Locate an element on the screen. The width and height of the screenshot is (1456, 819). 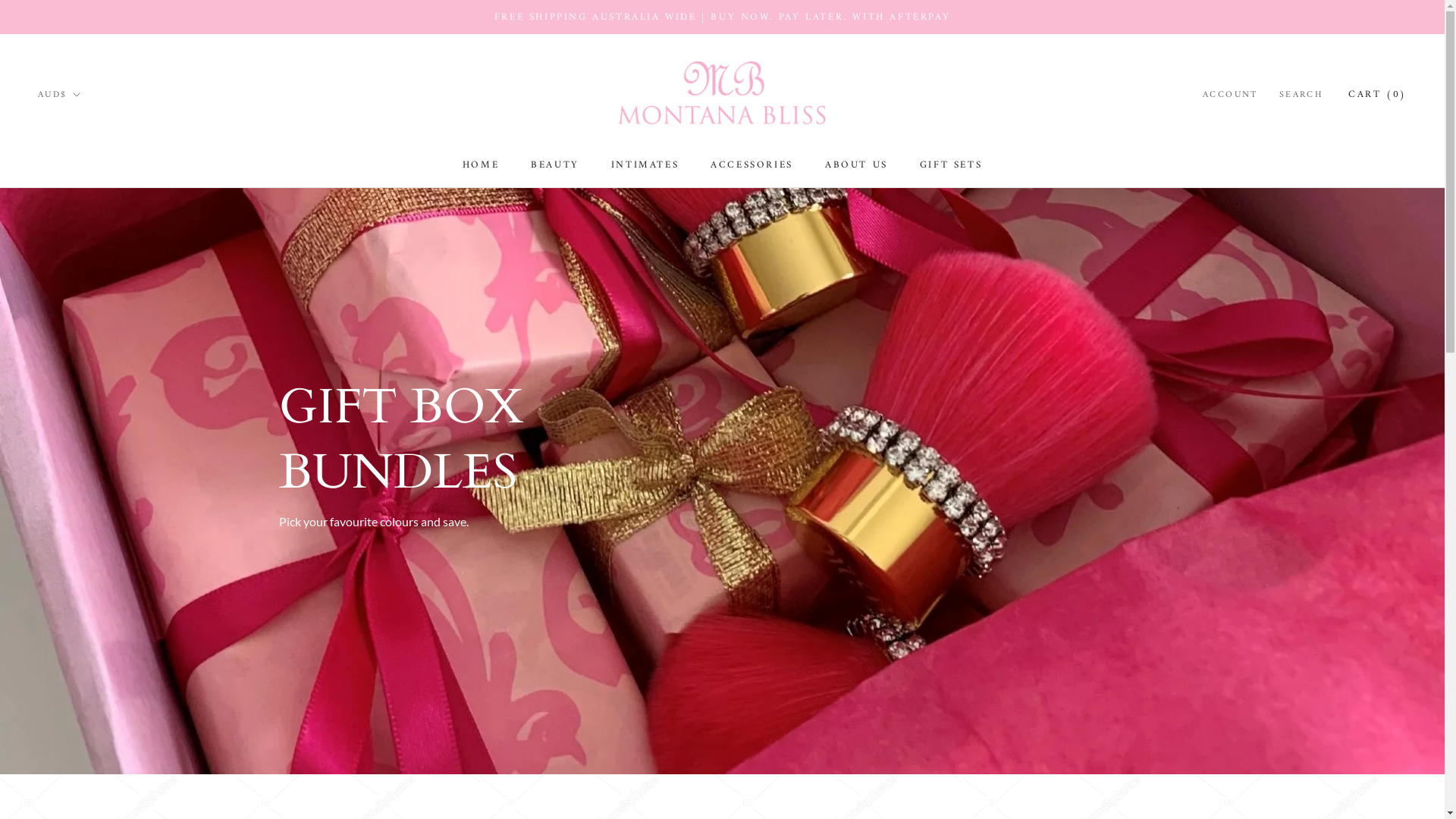
'GIFT SETS is located at coordinates (949, 165).